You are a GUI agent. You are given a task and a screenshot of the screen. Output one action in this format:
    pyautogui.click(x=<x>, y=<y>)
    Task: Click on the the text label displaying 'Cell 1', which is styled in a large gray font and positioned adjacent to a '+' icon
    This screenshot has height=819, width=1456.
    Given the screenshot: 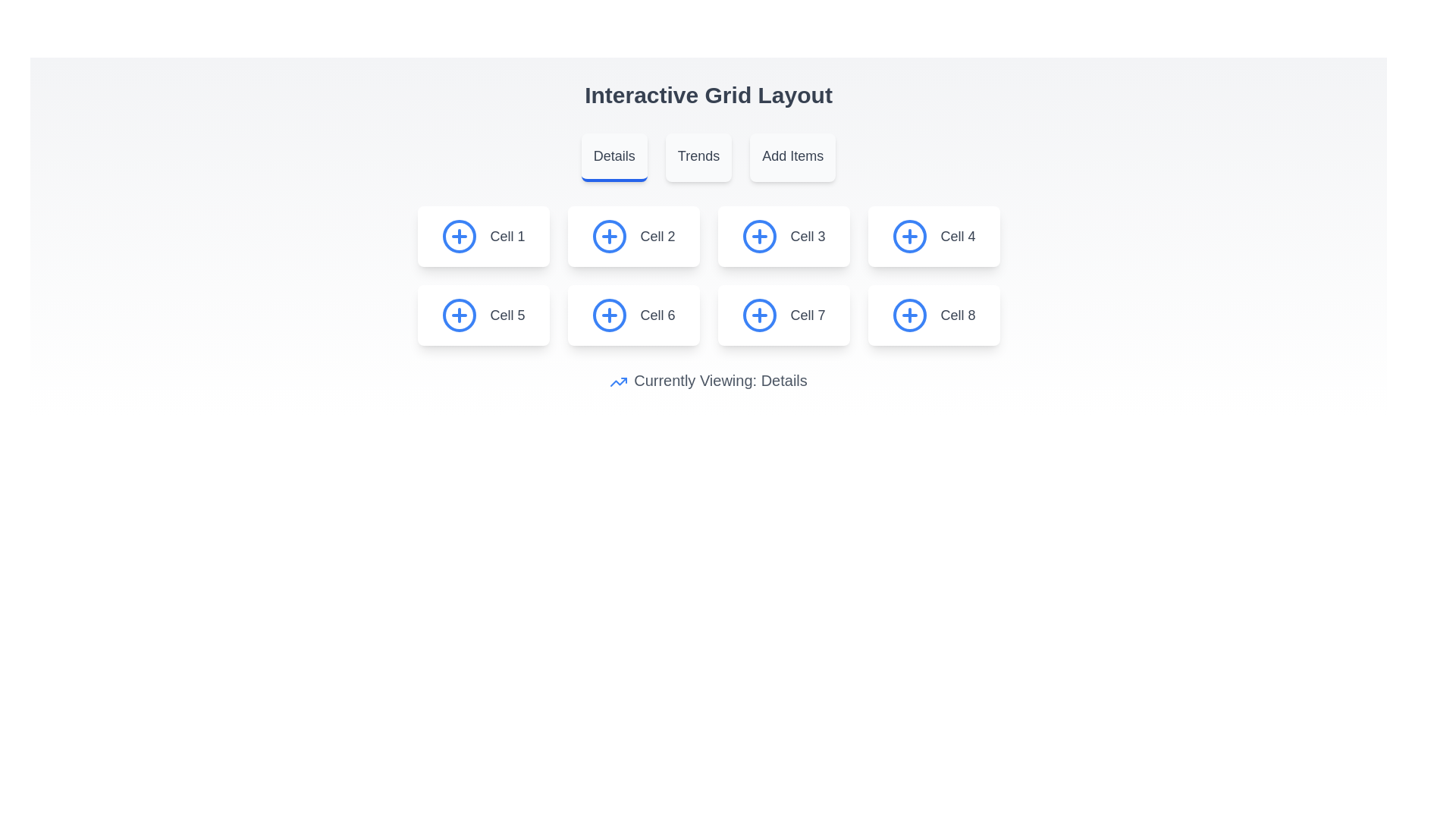 What is the action you would take?
    pyautogui.click(x=507, y=237)
    